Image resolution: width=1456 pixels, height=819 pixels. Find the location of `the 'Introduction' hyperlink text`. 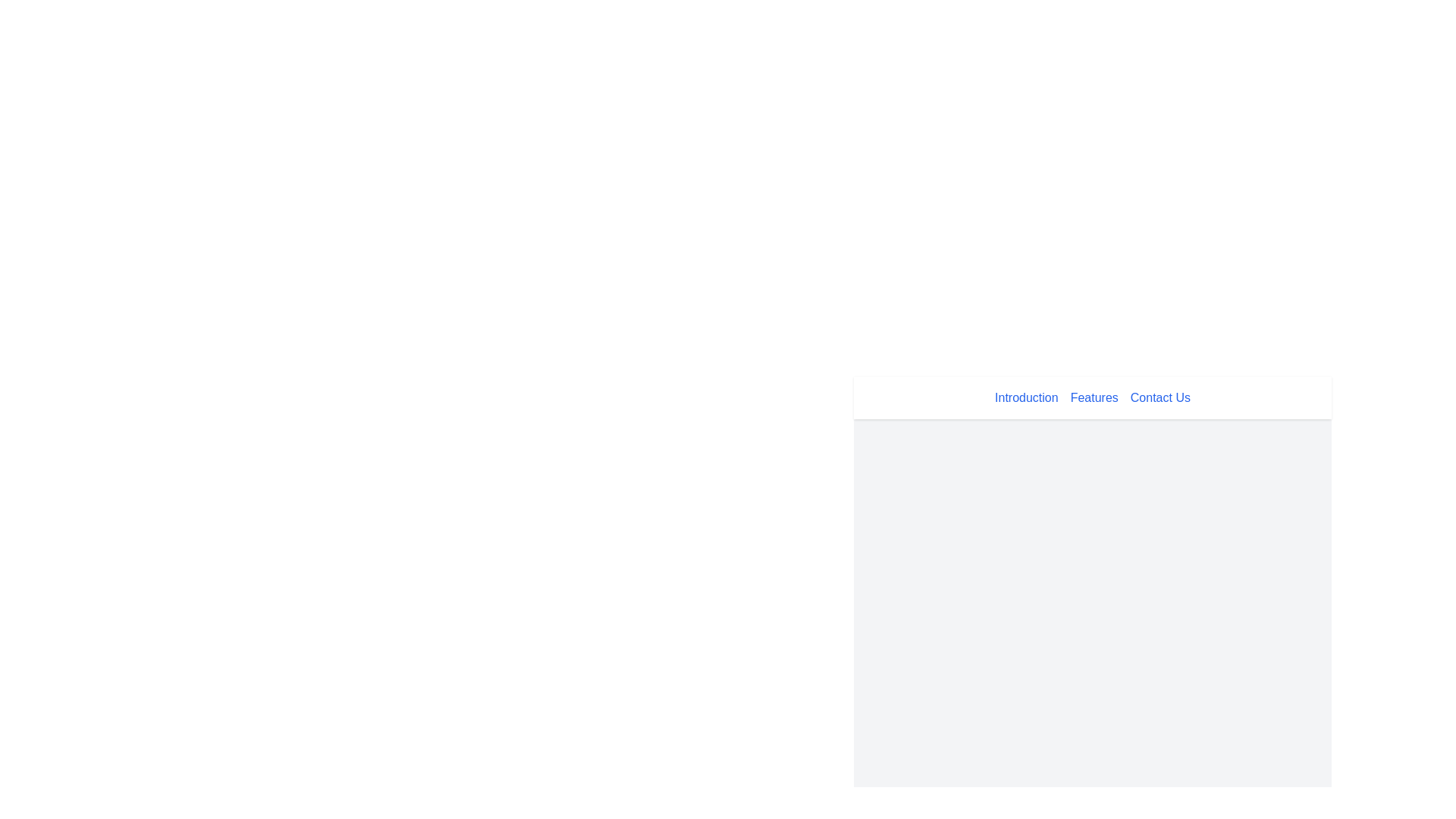

the 'Introduction' hyperlink text is located at coordinates (1026, 397).